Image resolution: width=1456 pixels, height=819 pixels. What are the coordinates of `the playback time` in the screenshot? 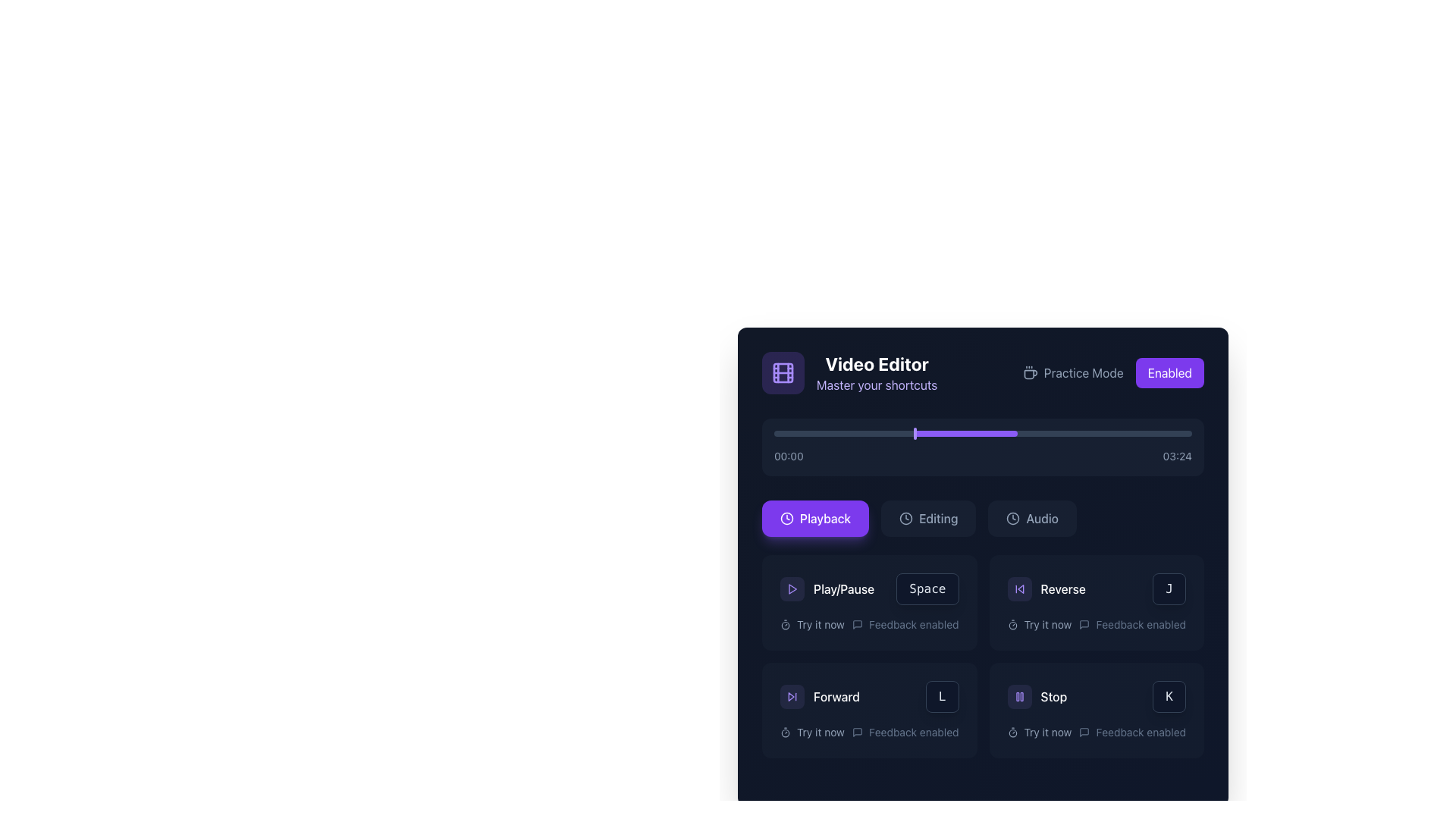 It's located at (1074, 433).